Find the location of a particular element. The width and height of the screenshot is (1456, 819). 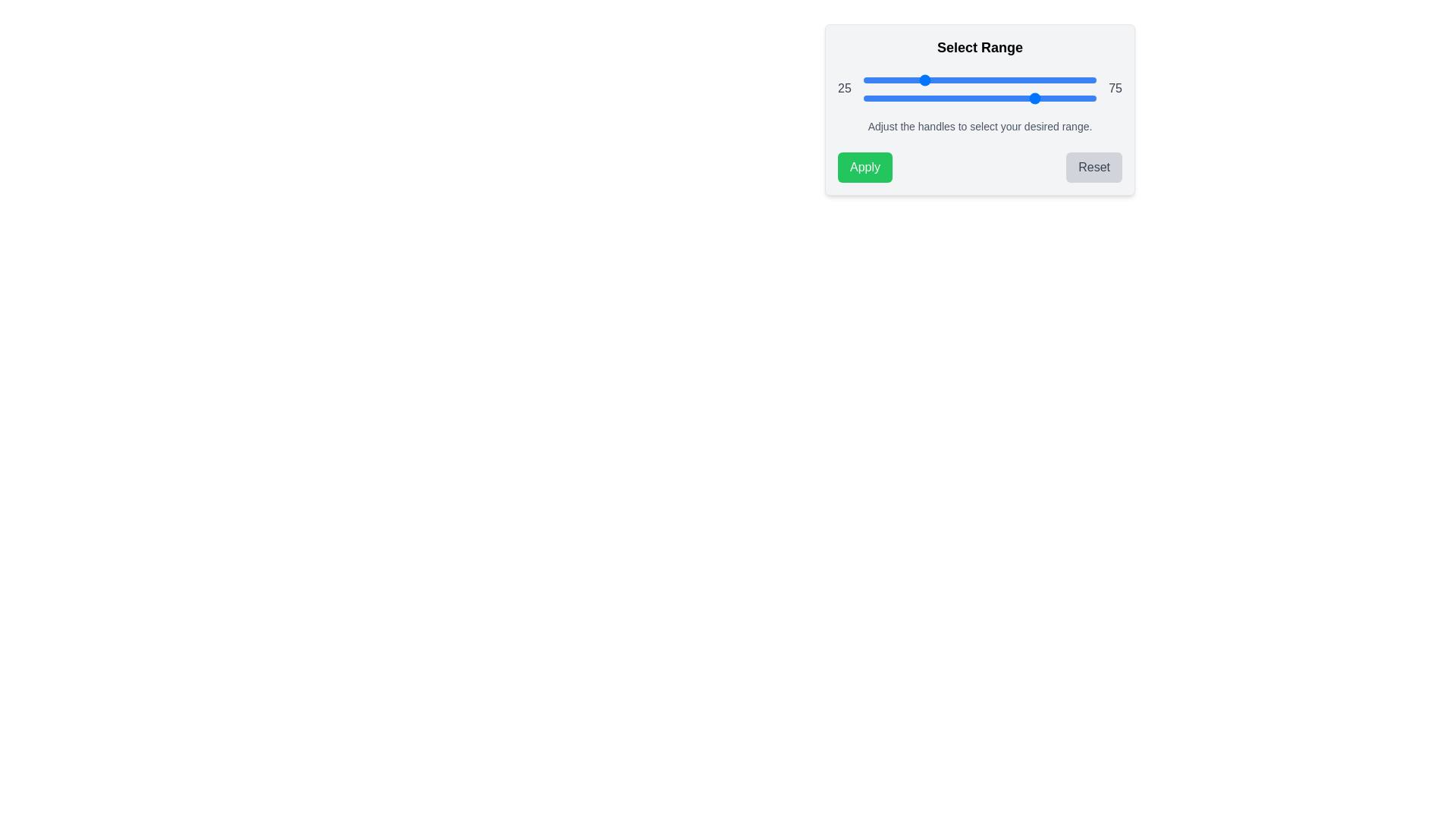

the 'Reset' button with a rounded rectangular shape and dark gray text to activate its hover effect is located at coordinates (1094, 167).